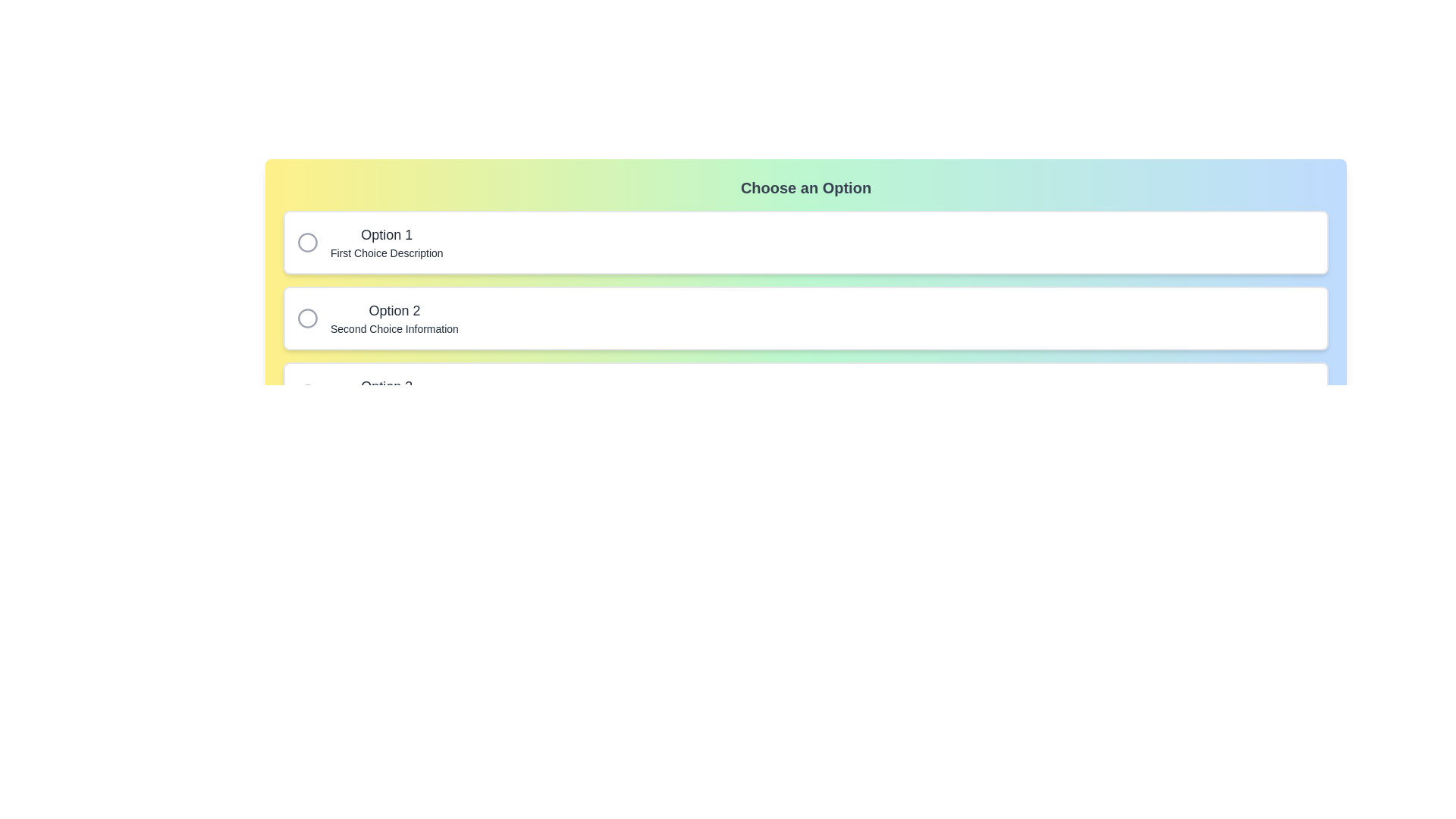 This screenshot has width=1456, height=819. I want to click on the 'Option 3' label, which serves as the title for the third selectable option in the list, positioned below 'Option 2', so click(387, 385).